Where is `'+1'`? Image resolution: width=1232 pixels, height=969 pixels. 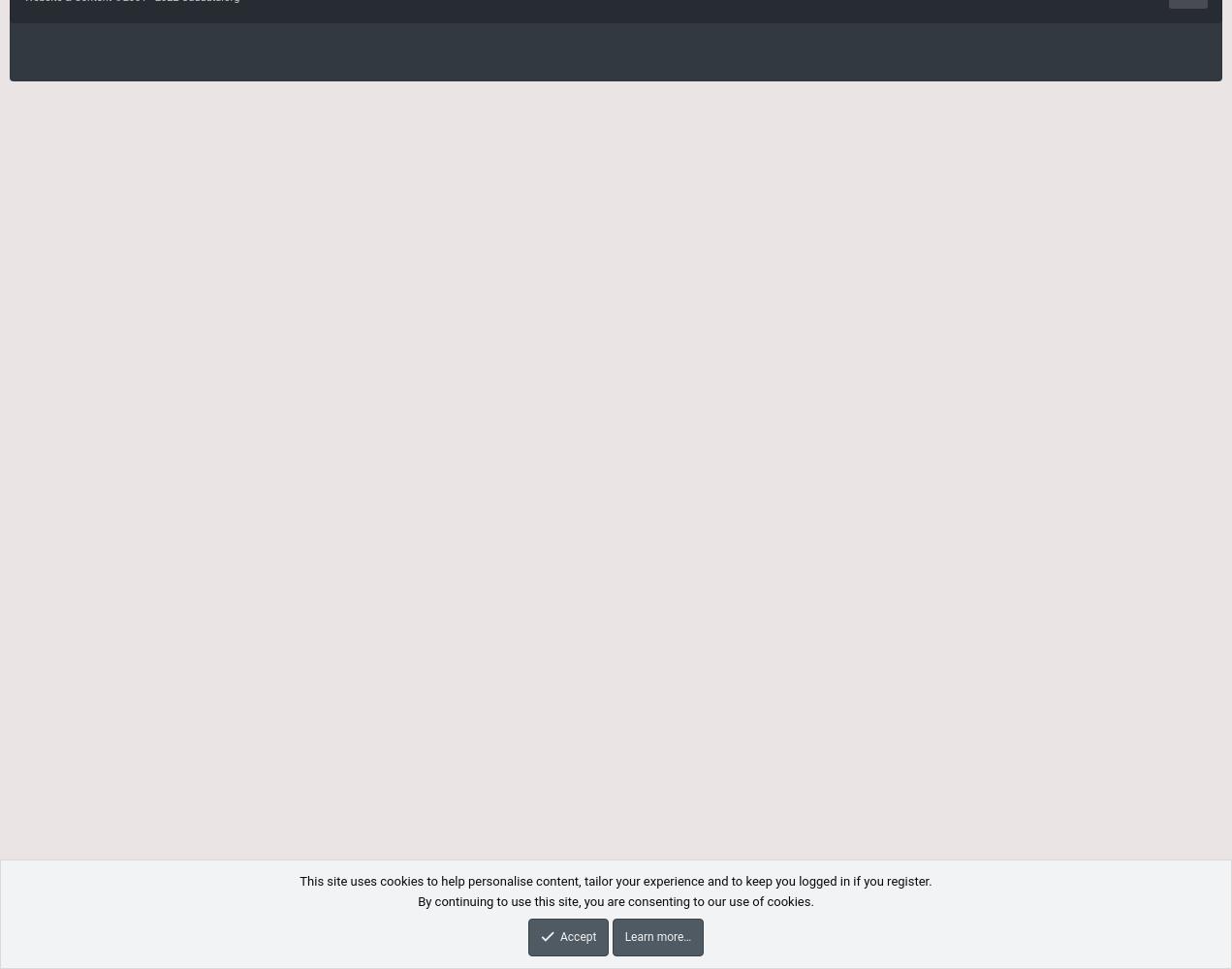 '+1' is located at coordinates (199, 943).